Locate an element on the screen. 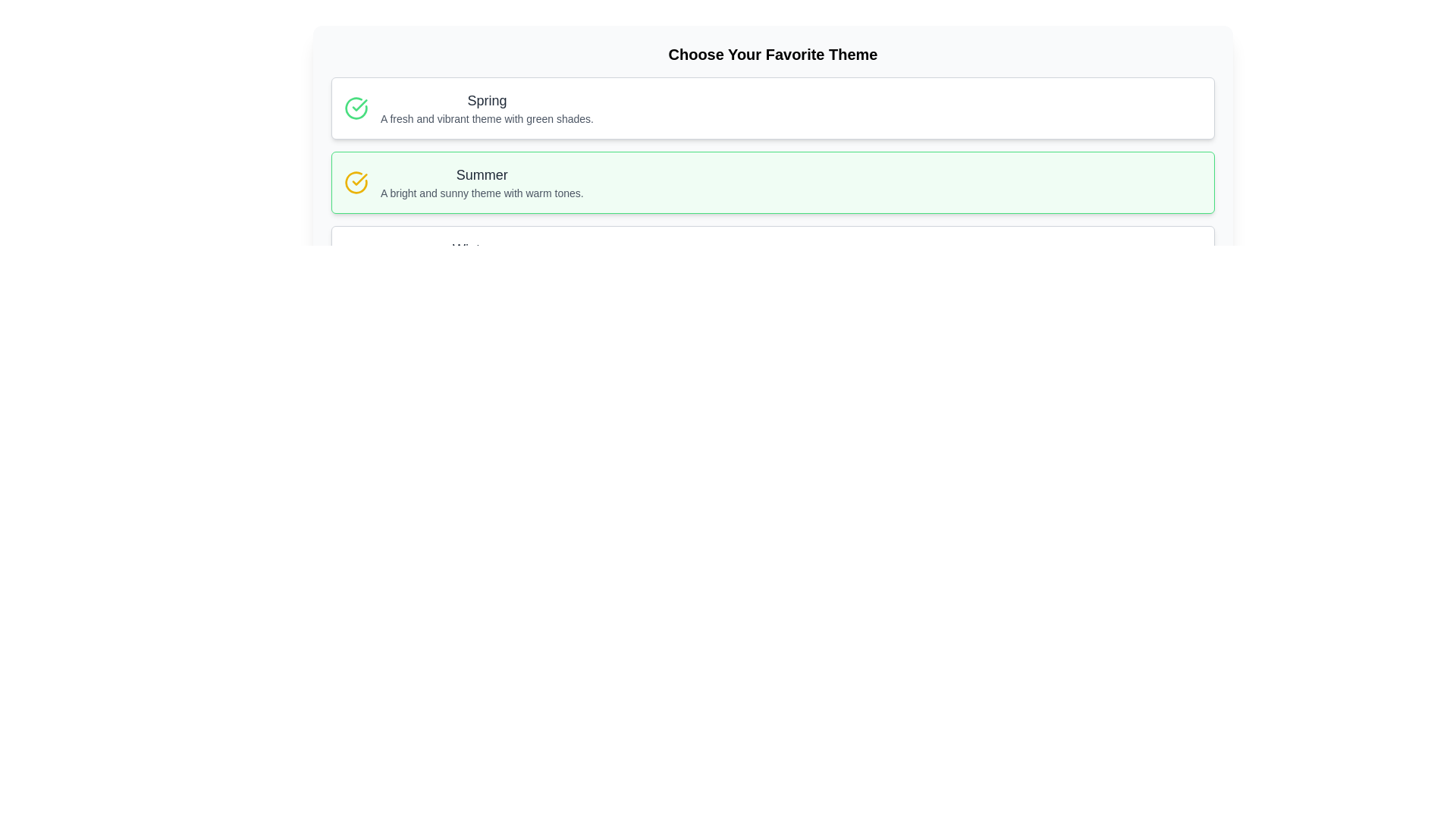 This screenshot has height=819, width=1456. the checkmark icon that signifies the selection of the 'Summer' theme, indicating it is the currently chosen option is located at coordinates (359, 104).